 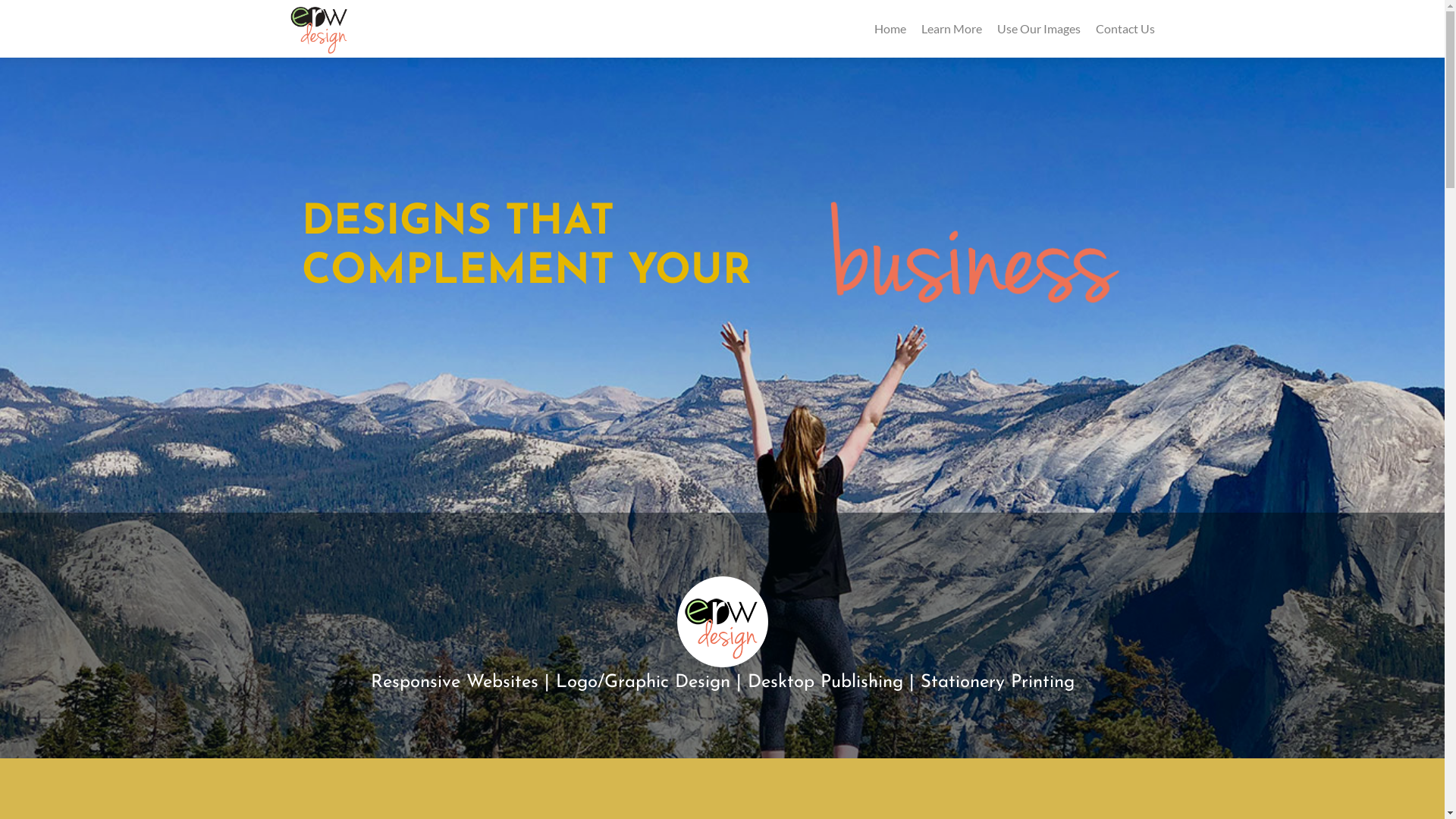 I want to click on 'Skip to content', so click(x=6, y=12).